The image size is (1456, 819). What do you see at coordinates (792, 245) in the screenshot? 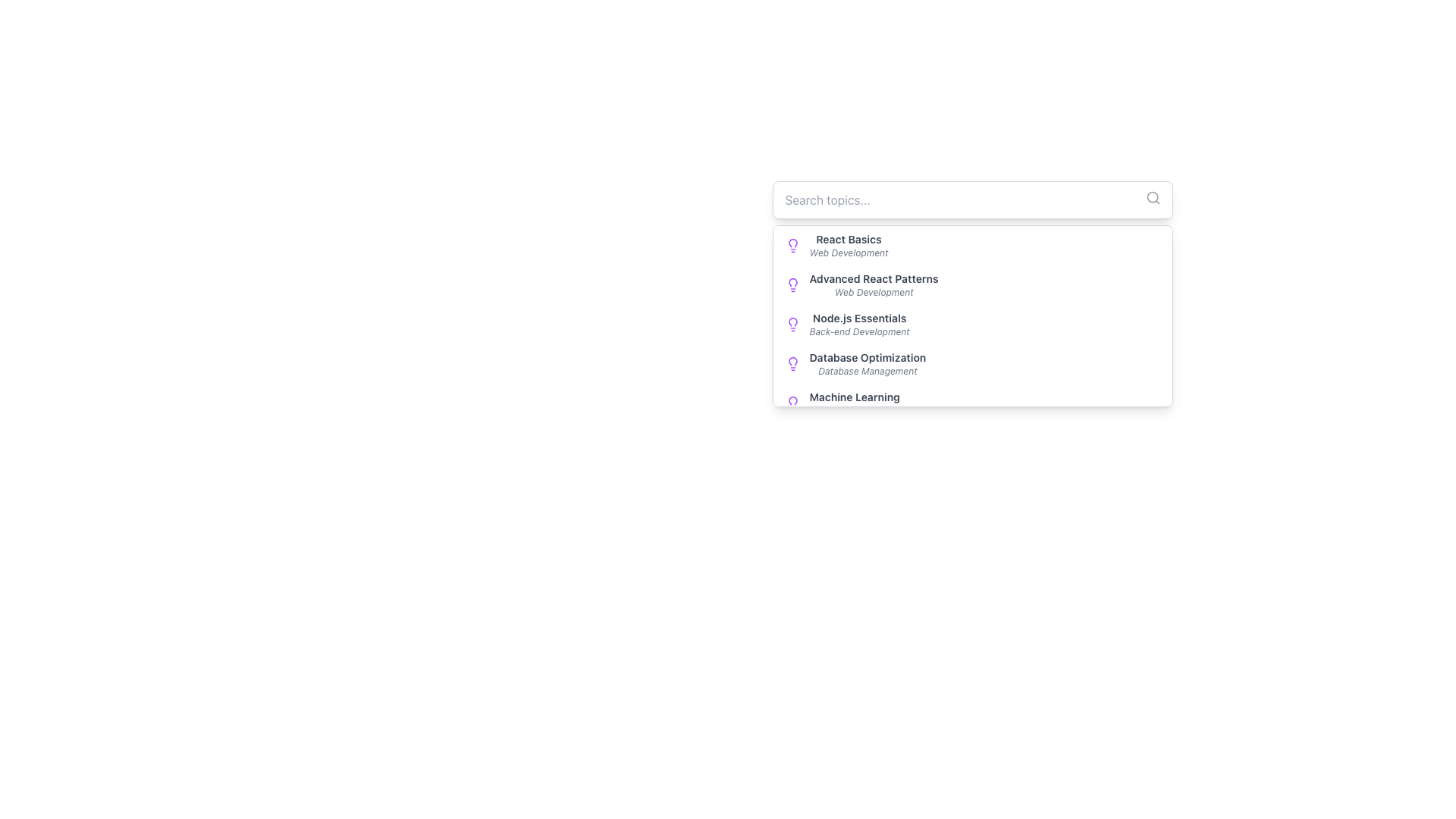
I see `the decorative icon for the 'React Basics' item, which is positioned at the leftmost side of its row` at bounding box center [792, 245].